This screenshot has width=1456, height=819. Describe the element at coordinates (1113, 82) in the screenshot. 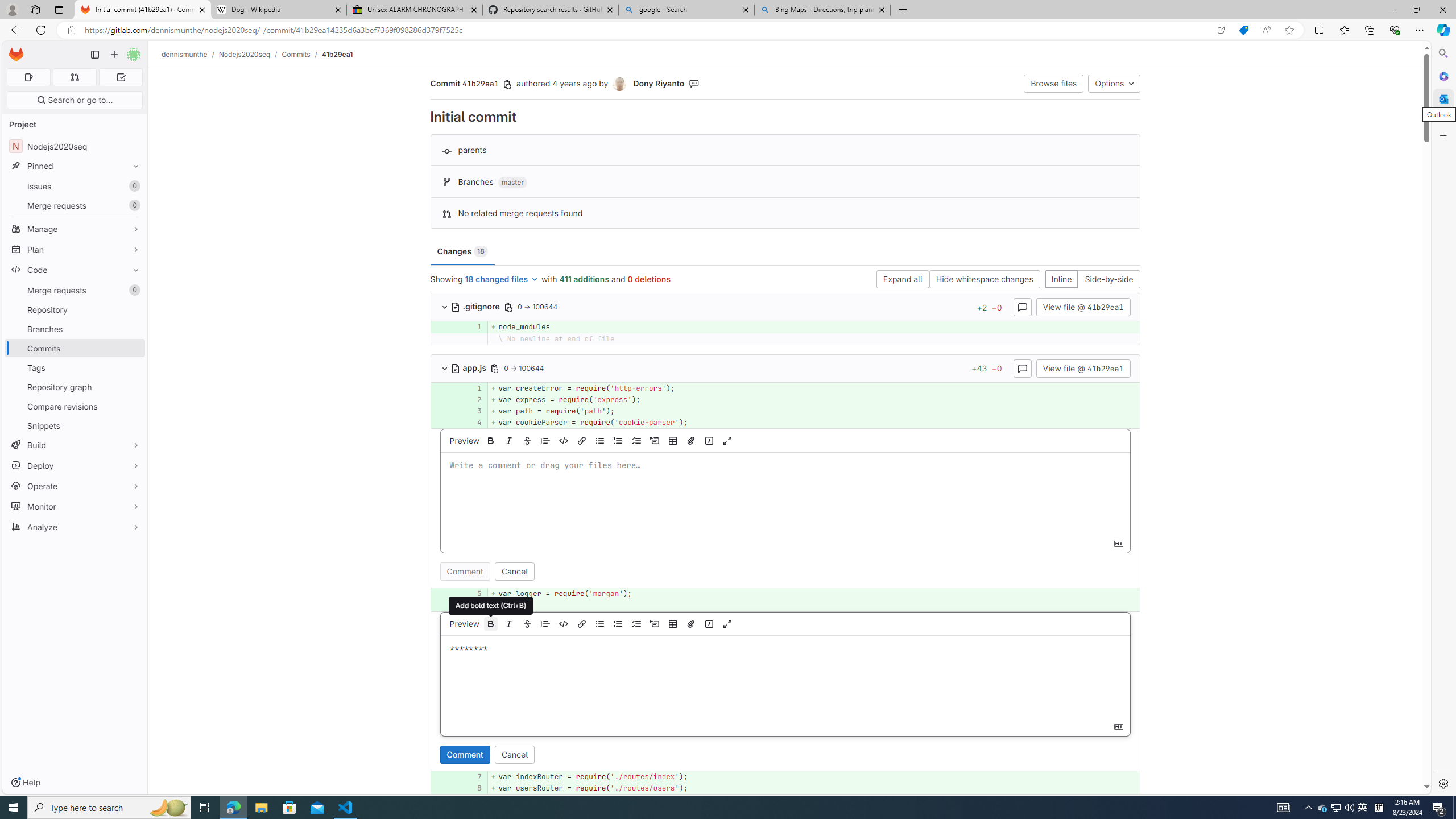

I see `'Options'` at that location.